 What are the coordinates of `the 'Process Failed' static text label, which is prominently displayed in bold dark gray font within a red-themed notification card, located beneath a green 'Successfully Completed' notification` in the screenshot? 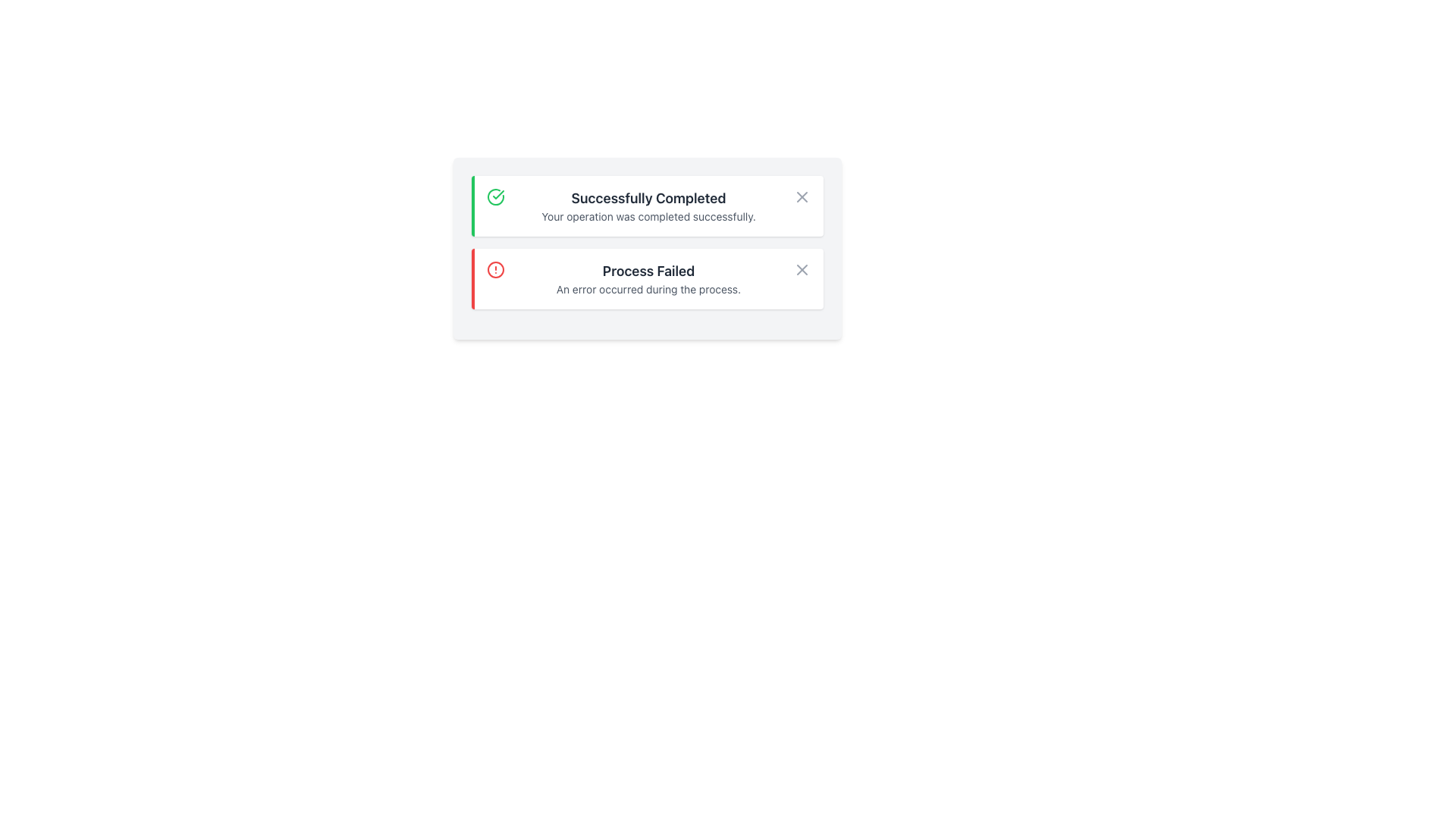 It's located at (648, 271).